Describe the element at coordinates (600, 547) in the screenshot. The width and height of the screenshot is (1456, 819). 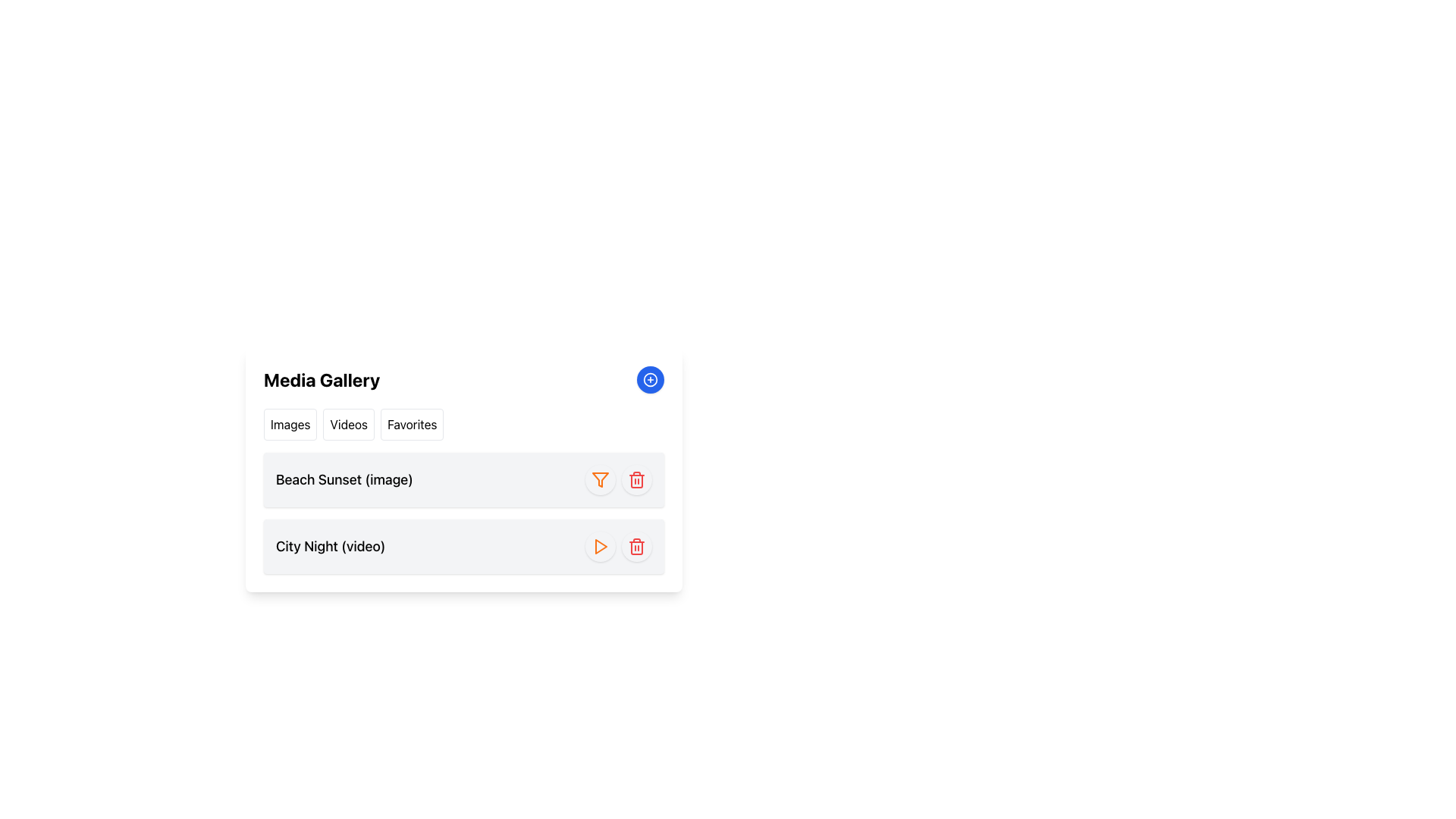
I see `the circular play button with an orange outline` at that location.